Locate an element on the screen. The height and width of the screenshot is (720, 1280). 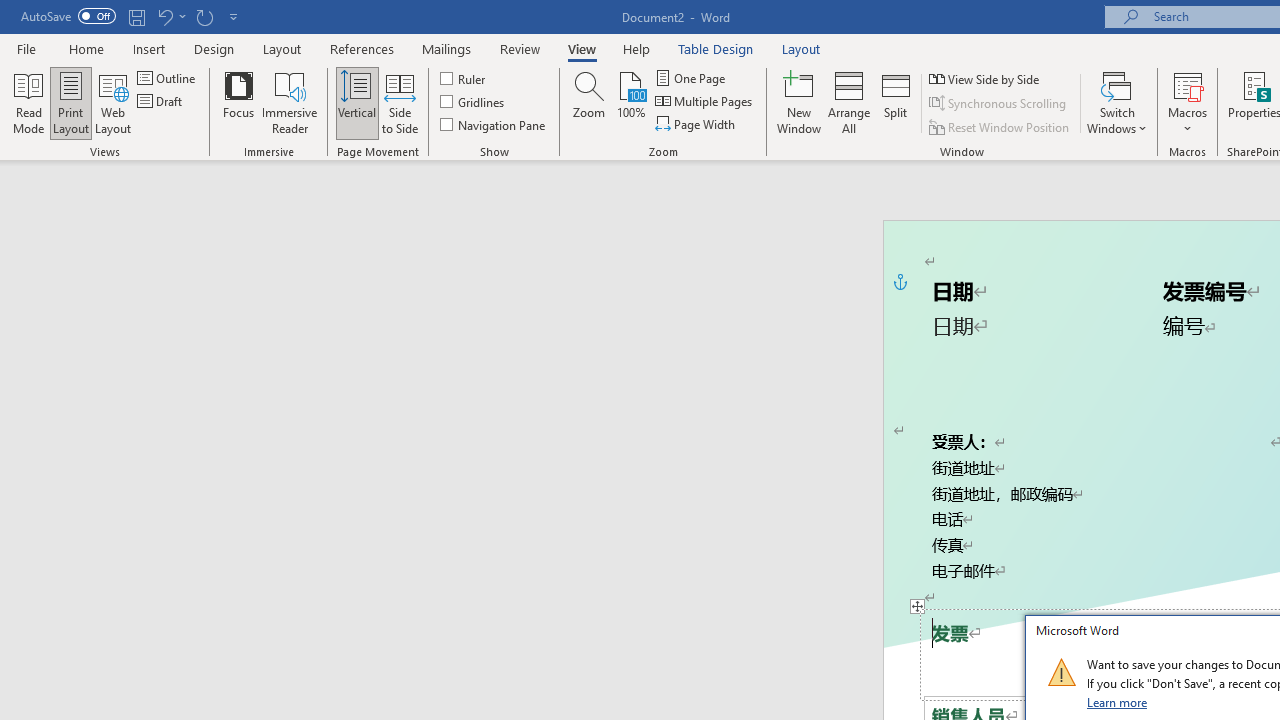
'One Page' is located at coordinates (691, 77).